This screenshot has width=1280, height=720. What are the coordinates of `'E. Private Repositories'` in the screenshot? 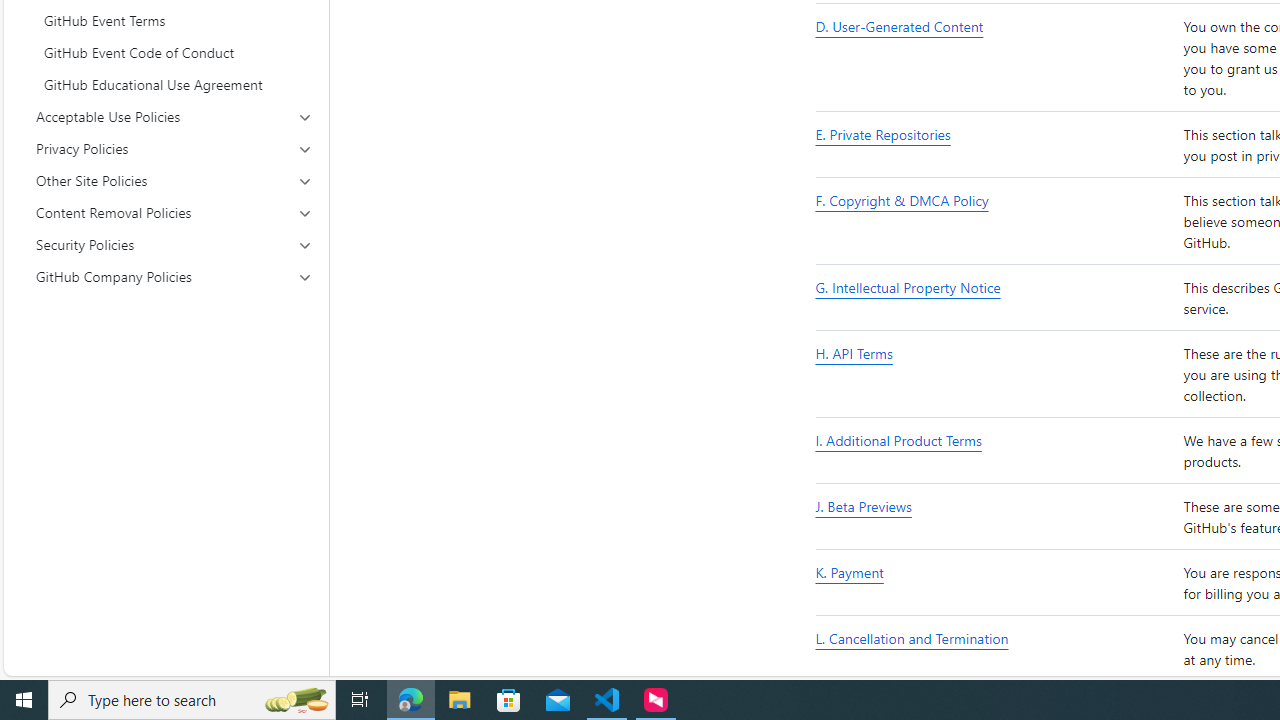 It's located at (995, 144).